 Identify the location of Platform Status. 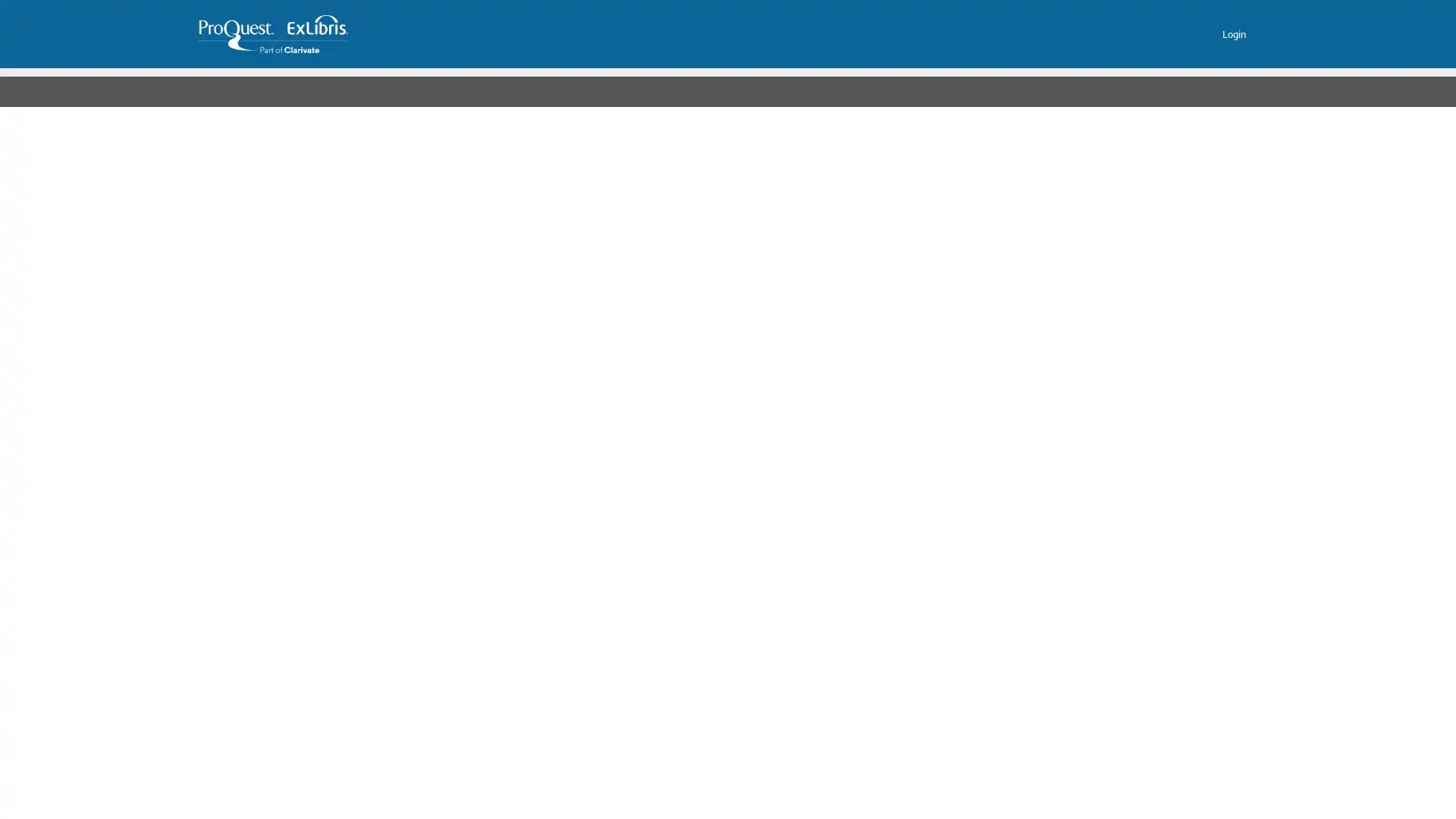
(560, 86).